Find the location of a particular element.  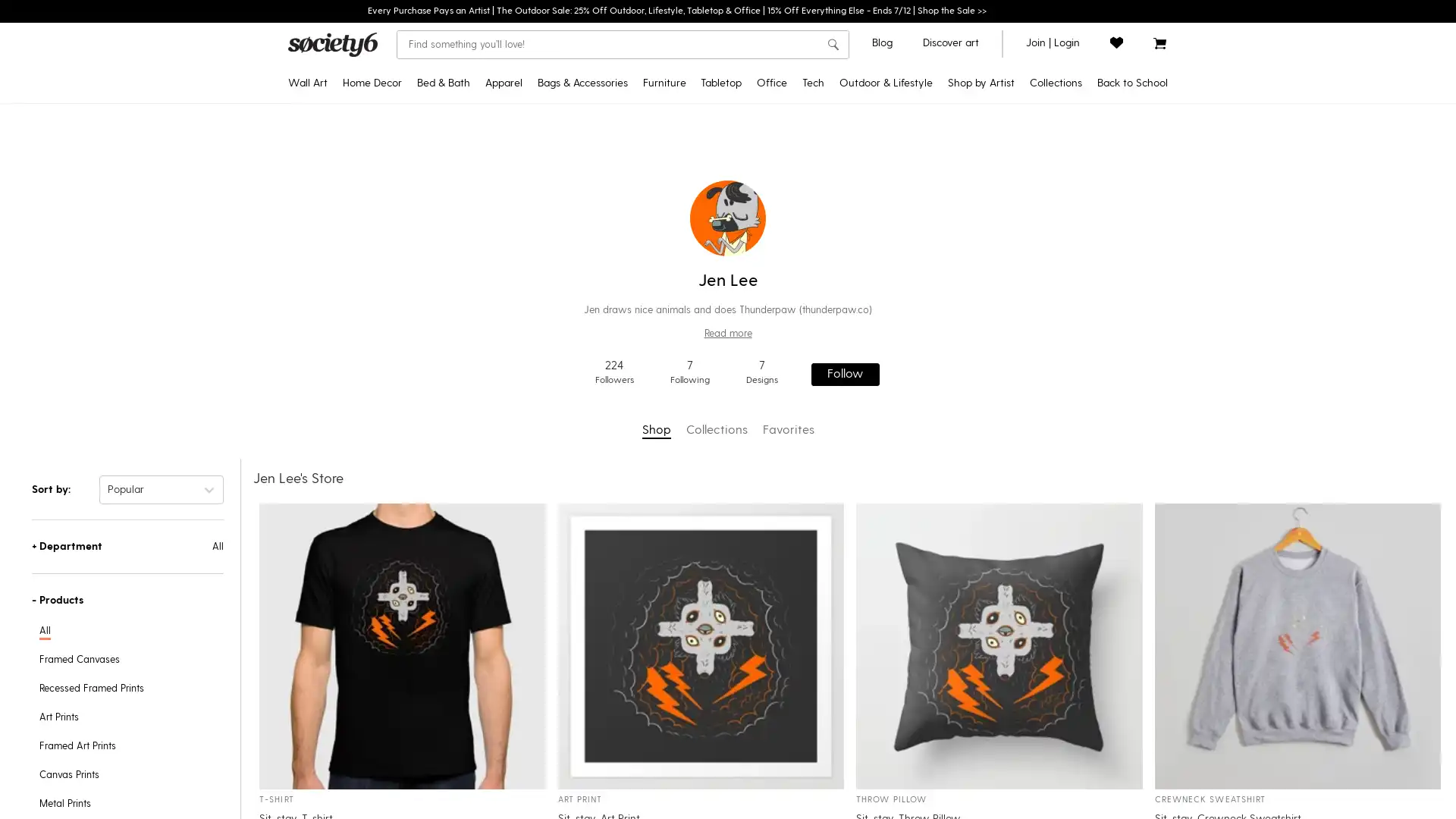

Folding Stools is located at coordinates (907, 415).